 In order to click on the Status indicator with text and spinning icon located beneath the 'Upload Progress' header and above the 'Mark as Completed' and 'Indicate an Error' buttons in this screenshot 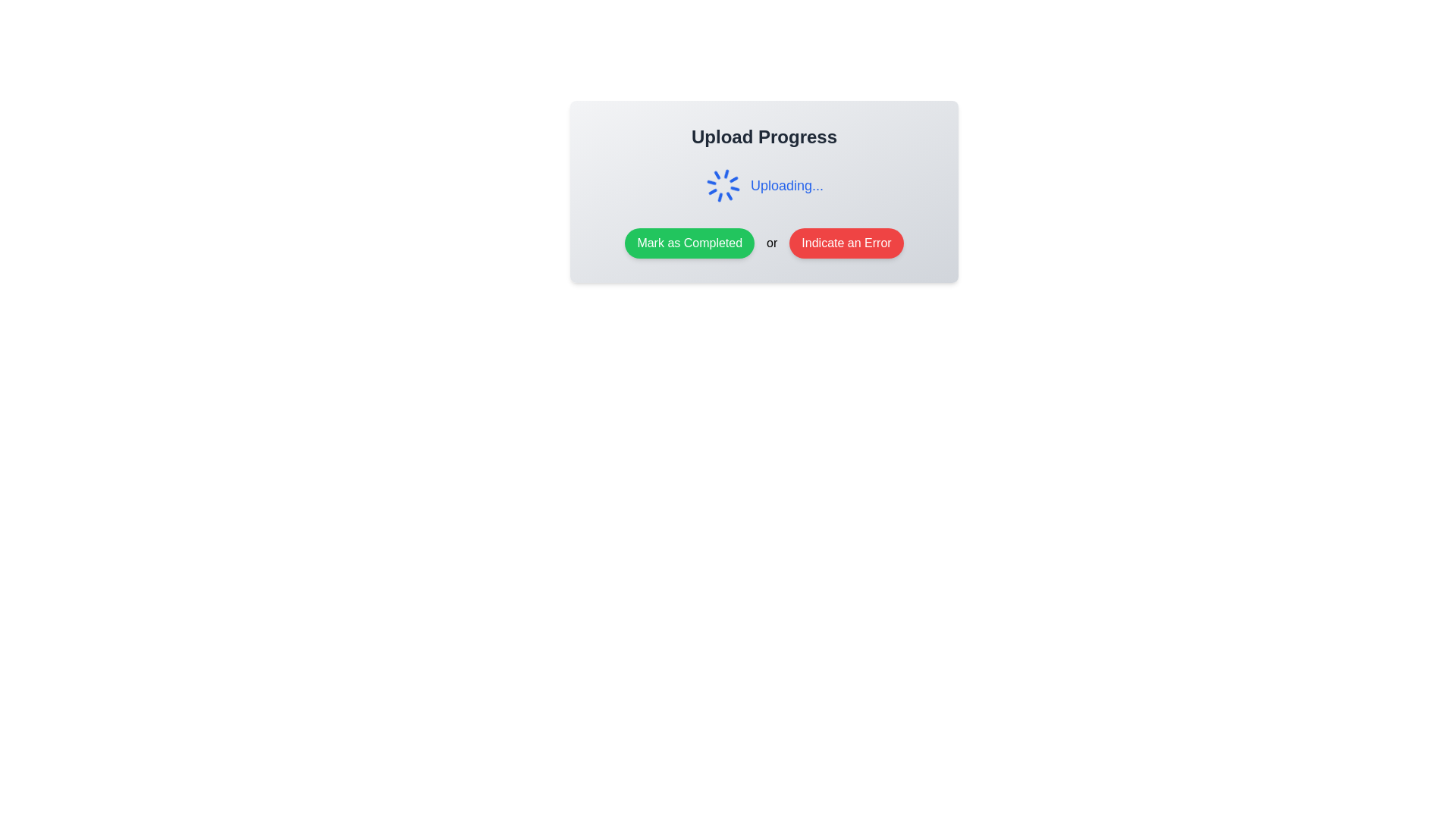, I will do `click(764, 185)`.